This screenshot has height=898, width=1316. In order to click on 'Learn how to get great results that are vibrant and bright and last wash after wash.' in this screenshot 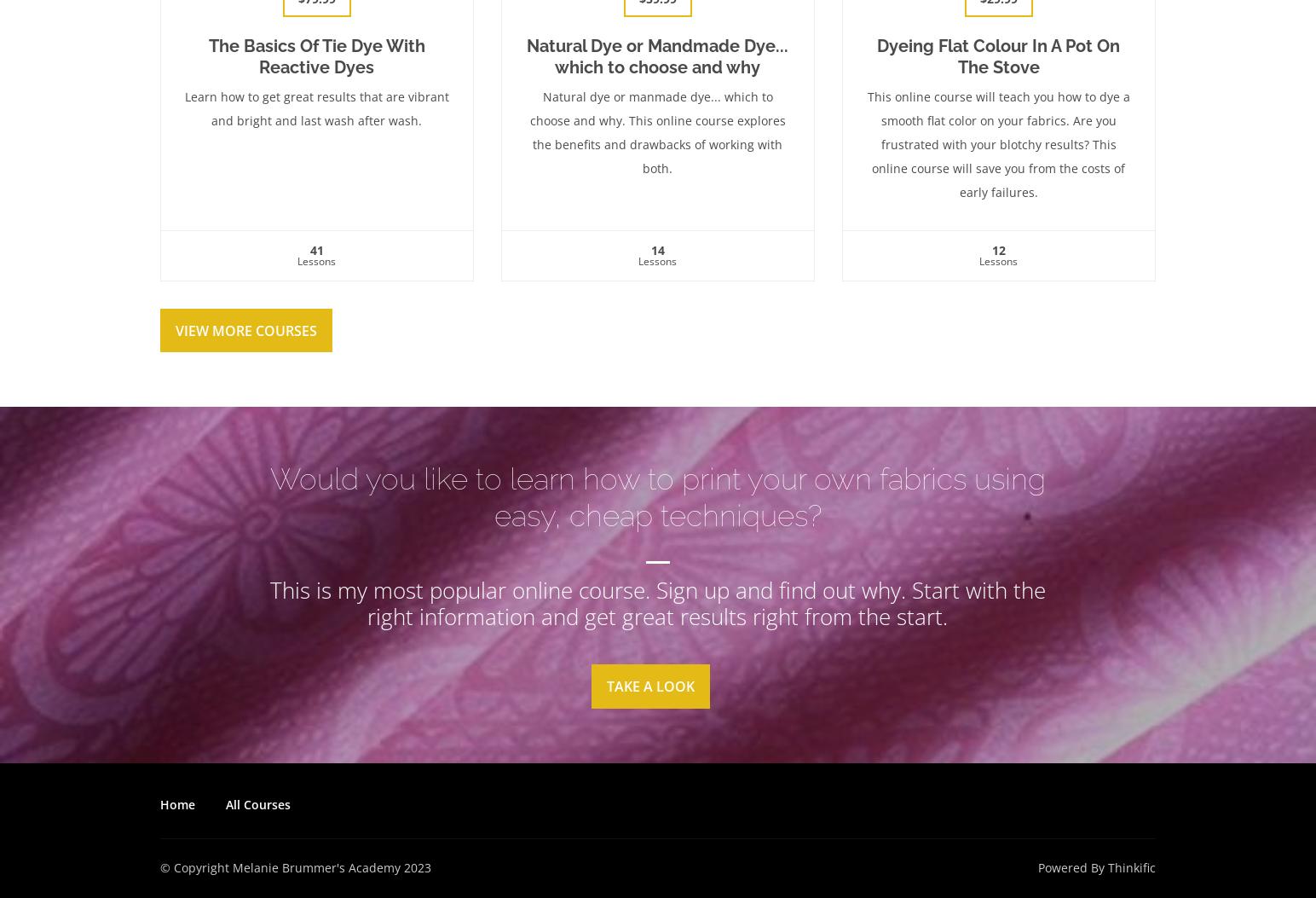, I will do `click(316, 107)`.